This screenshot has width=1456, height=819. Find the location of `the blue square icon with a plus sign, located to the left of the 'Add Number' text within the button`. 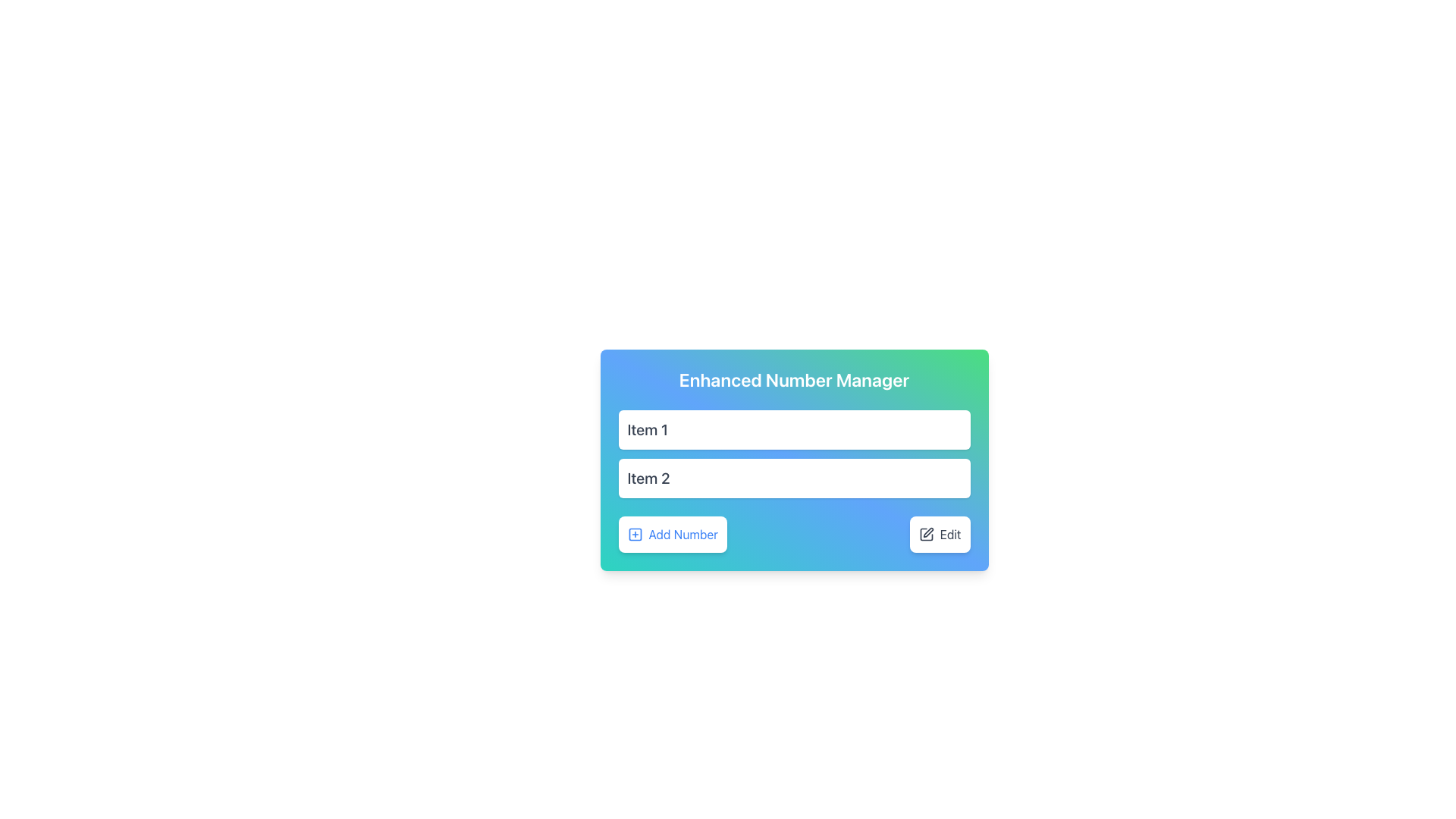

the blue square icon with a plus sign, located to the left of the 'Add Number' text within the button is located at coordinates (635, 534).